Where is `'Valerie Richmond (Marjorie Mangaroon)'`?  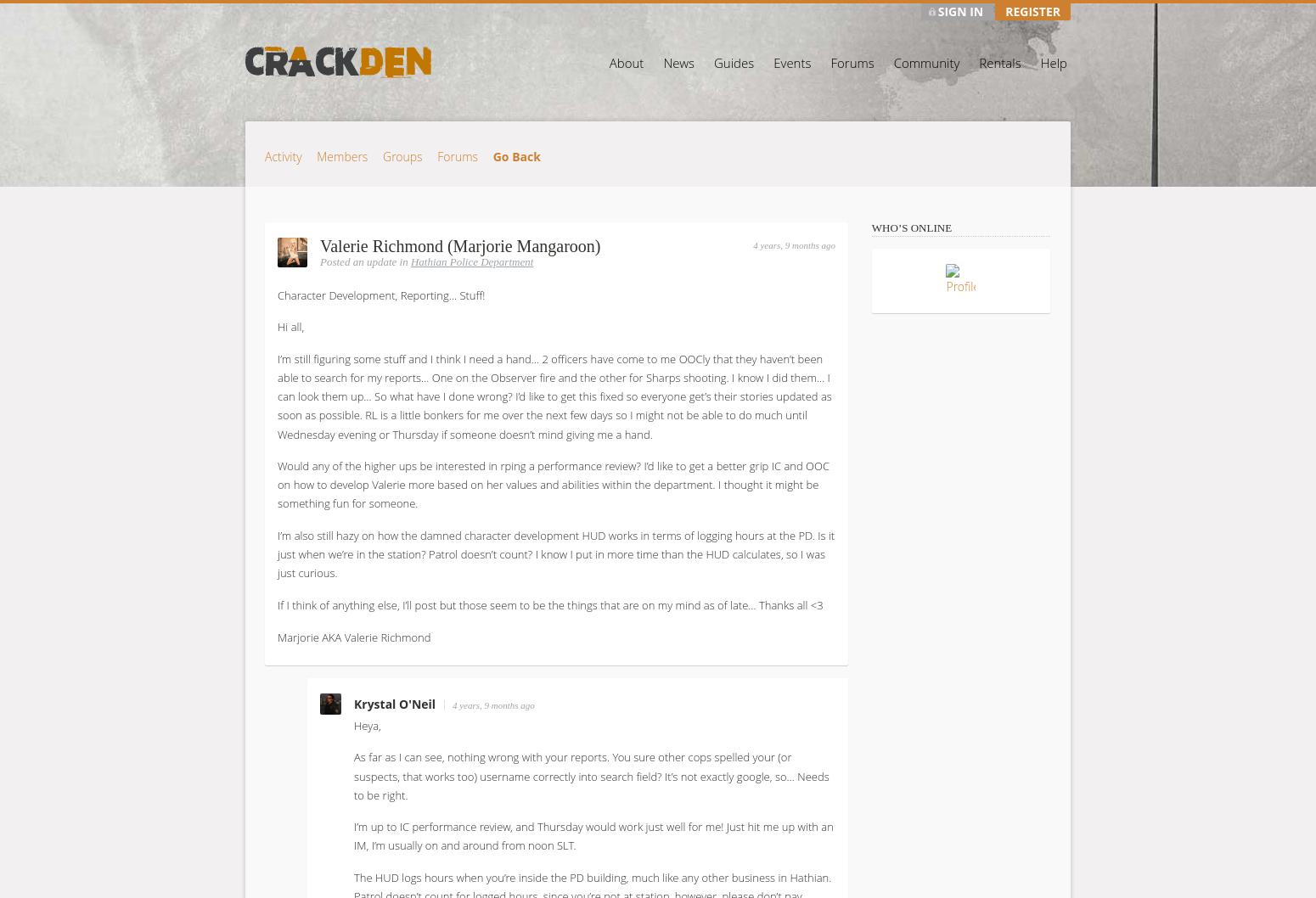
'Valerie Richmond (Marjorie Mangaroon)' is located at coordinates (459, 244).